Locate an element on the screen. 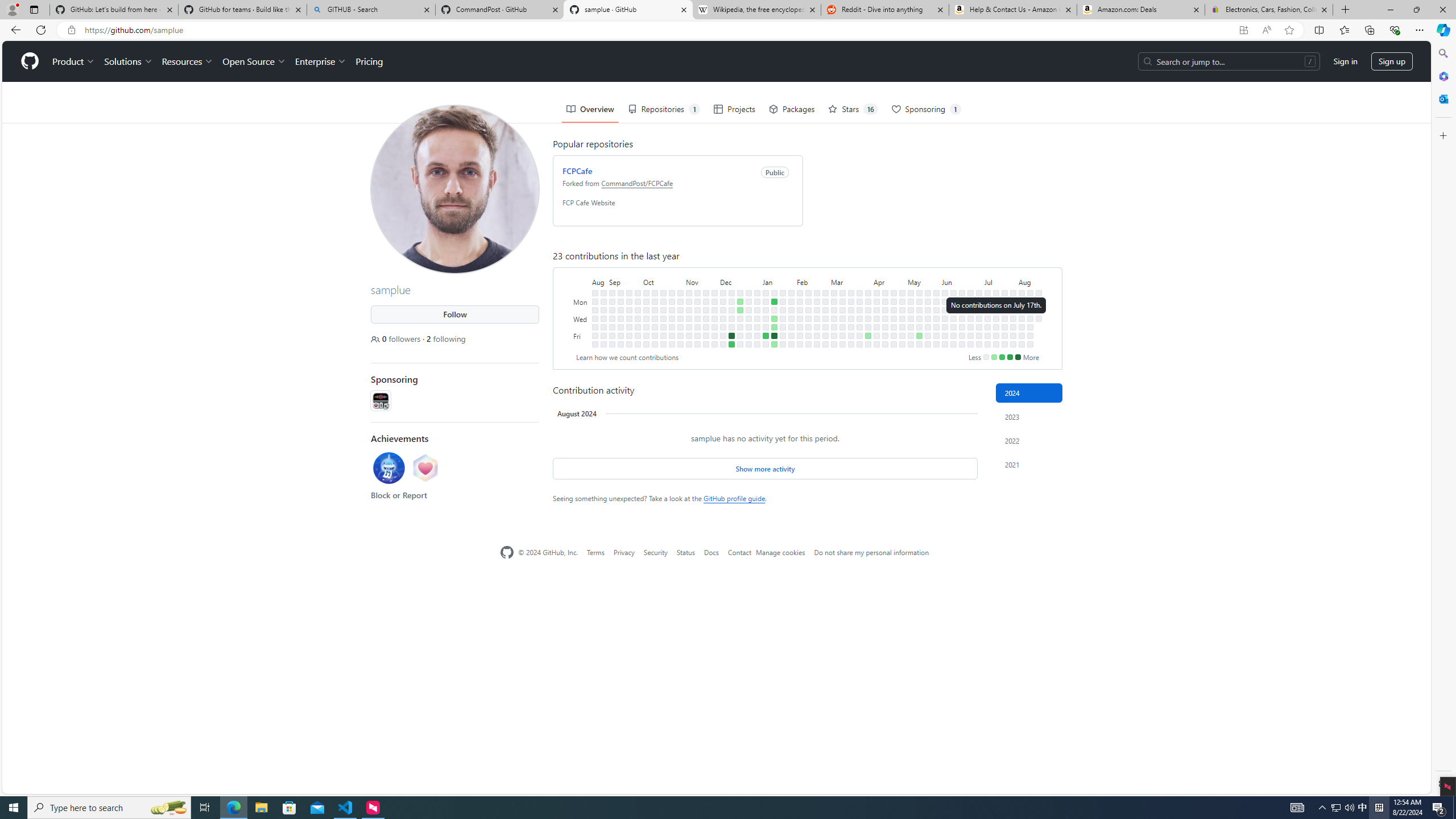 Image resolution: width=1456 pixels, height=819 pixels. 'No contributions on March 25th.' is located at coordinates (859, 300).